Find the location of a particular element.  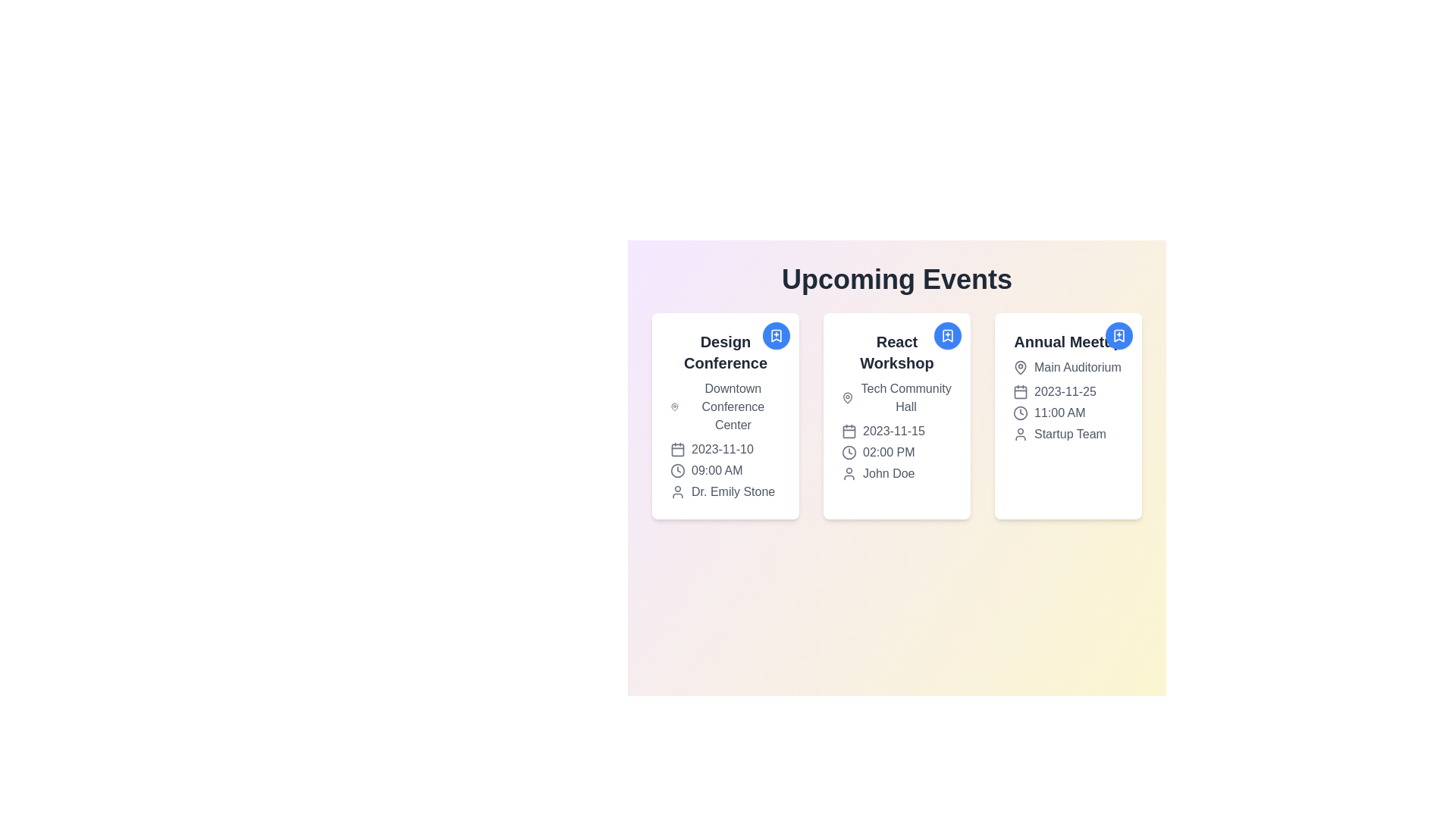

the map pin icon, which is a light gray vector graphic located to the left of the 'Downtown Conference Center' text in the first event card of the 'Upcoming Events' section is located at coordinates (673, 406).